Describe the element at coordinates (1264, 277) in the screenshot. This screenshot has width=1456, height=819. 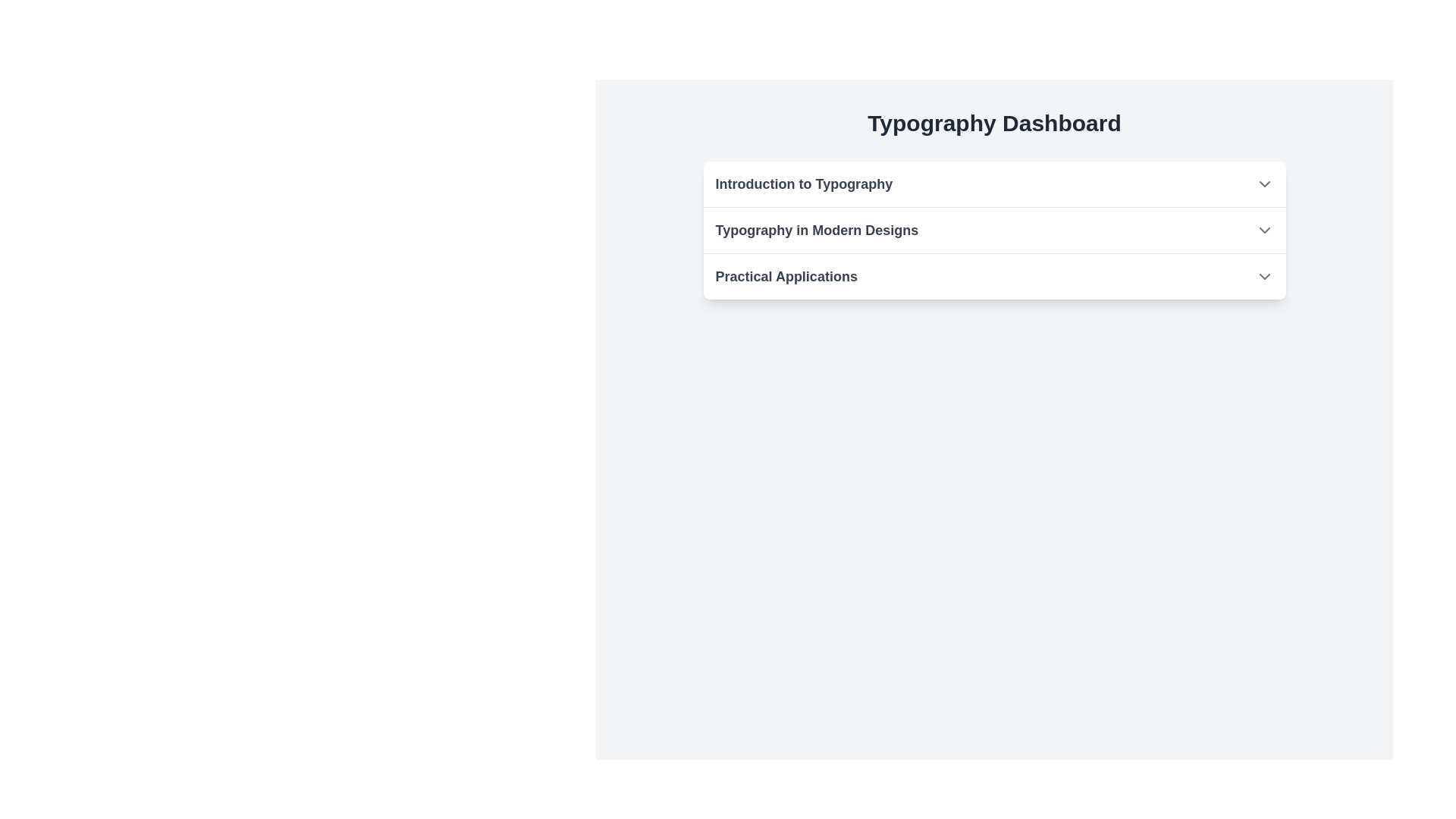
I see `the dropdown toggle button with a gray chevron icon located in the third row of the 'Typography Dashboard' list, next to 'Practical Applications'` at that location.